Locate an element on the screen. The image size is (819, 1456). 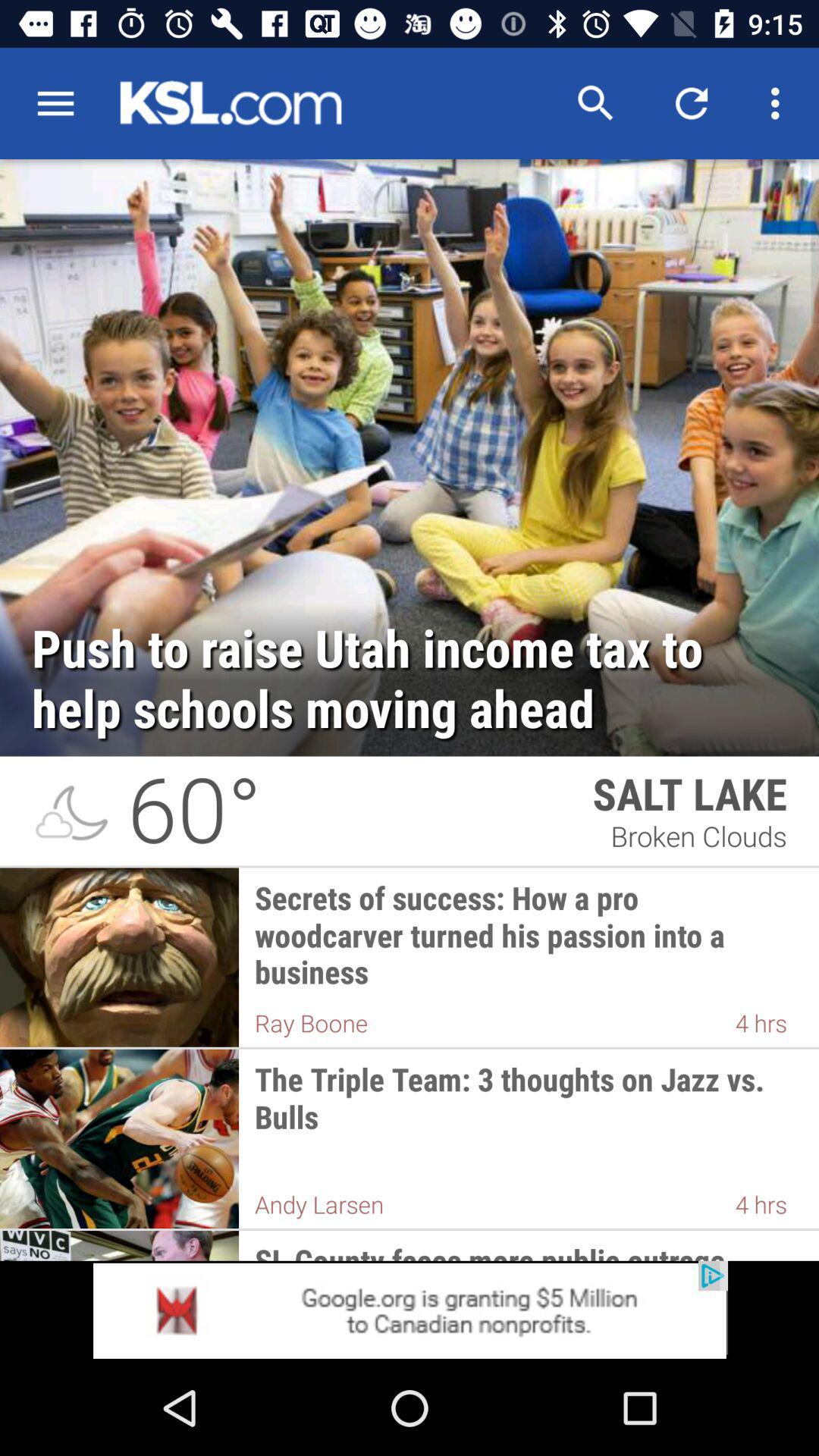
advertisement is located at coordinates (409, 1310).